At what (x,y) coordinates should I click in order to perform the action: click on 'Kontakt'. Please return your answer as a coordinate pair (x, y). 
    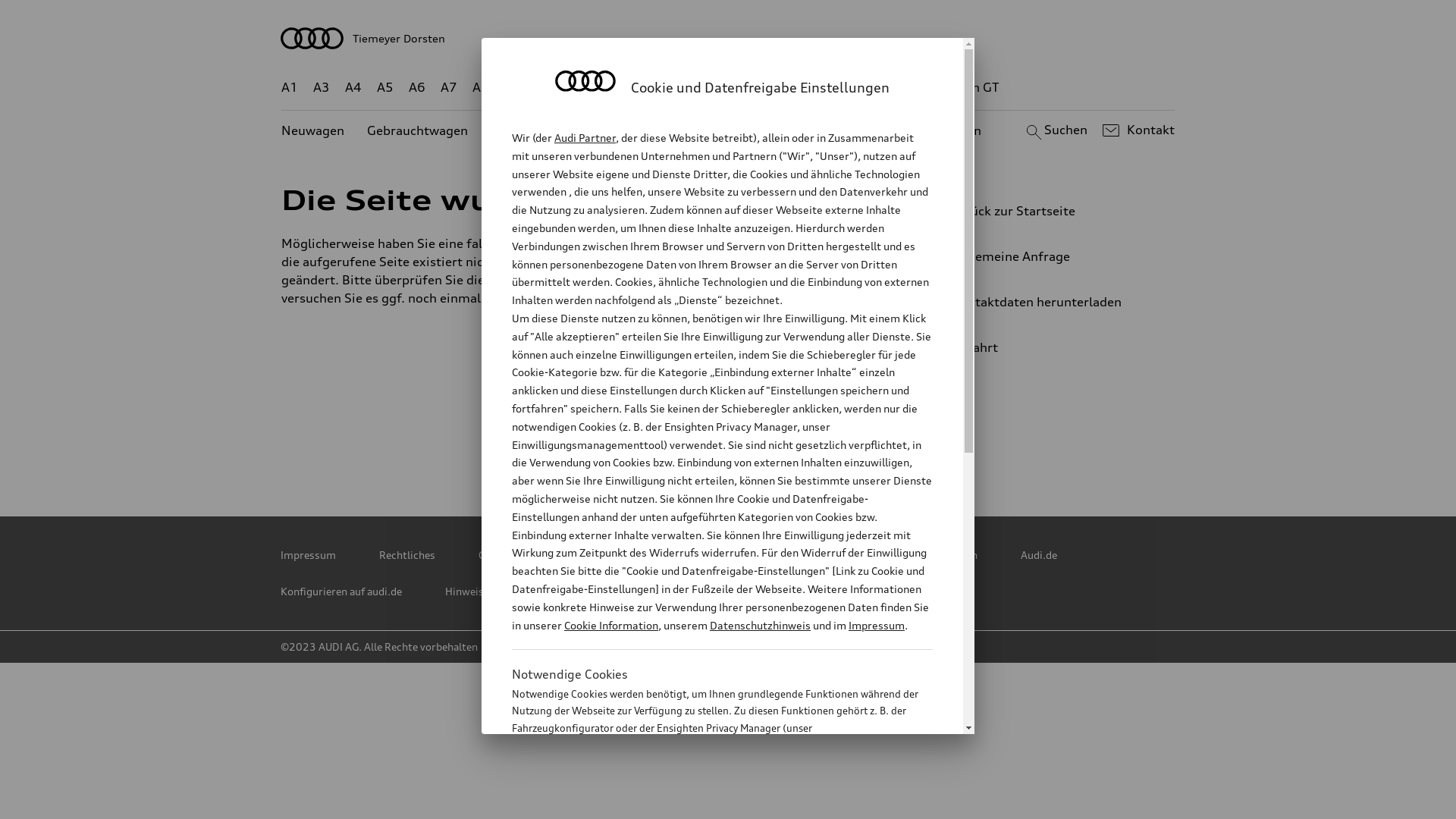
    Looking at the image, I should click on (1136, 130).